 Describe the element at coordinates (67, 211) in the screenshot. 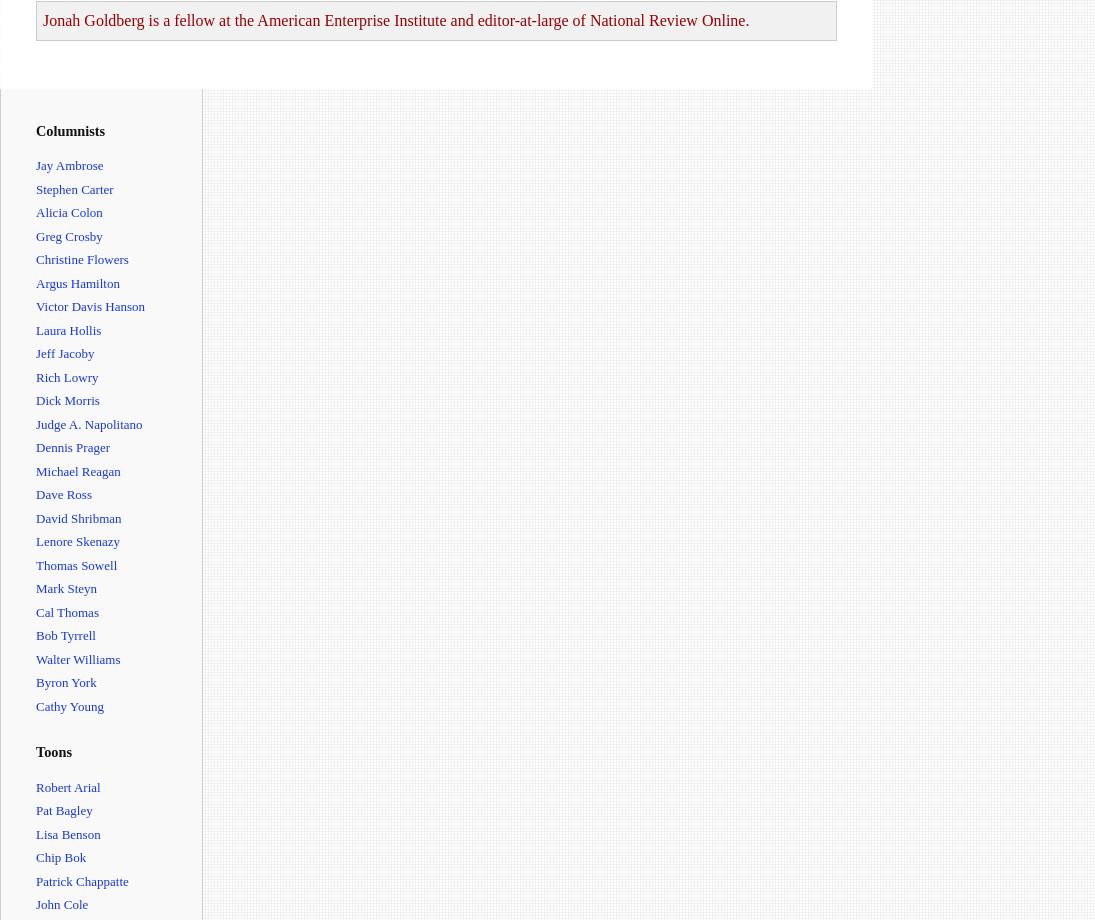

I see `'Alicia Colon'` at that location.